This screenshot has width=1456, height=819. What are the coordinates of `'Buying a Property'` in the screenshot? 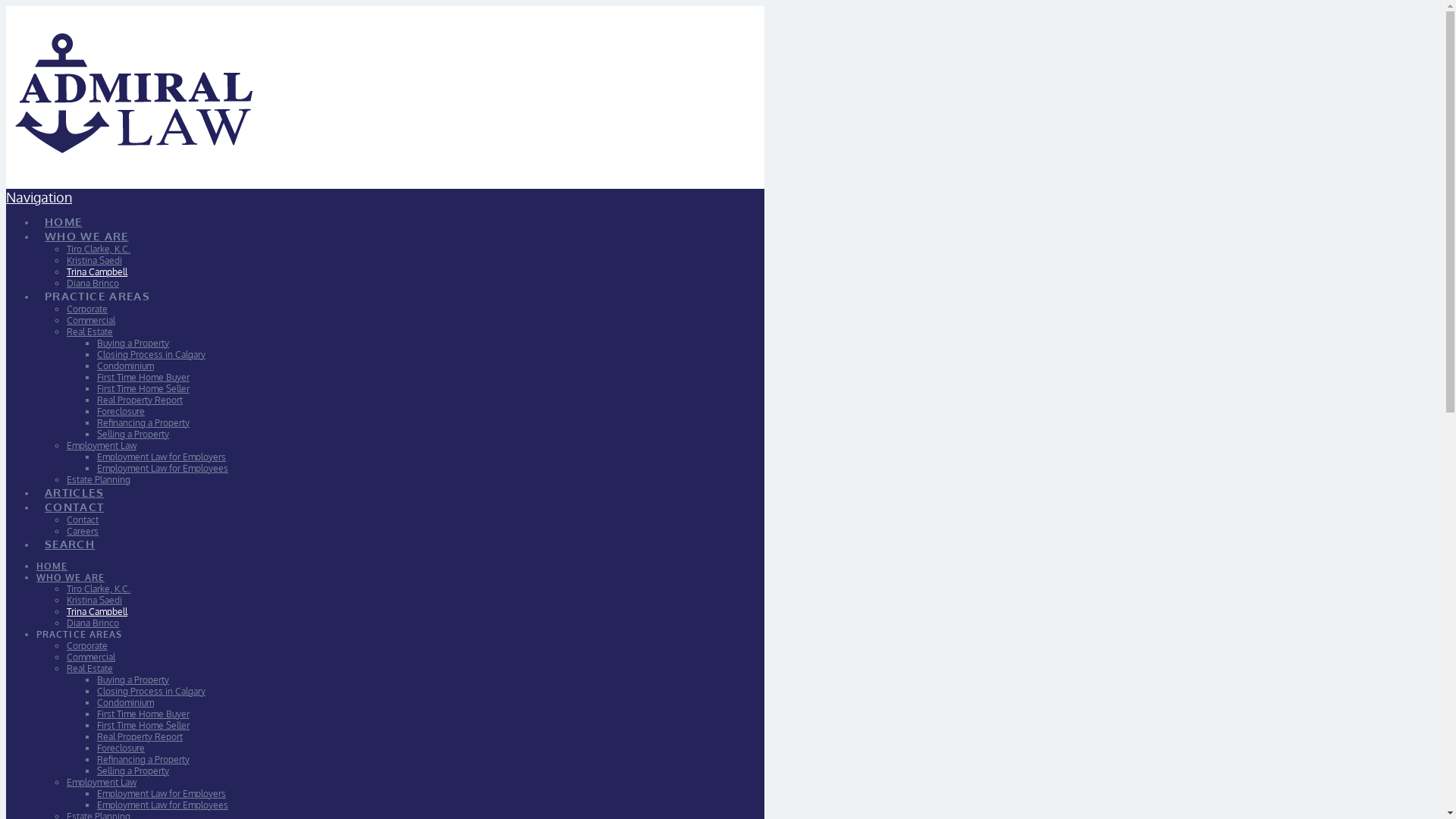 It's located at (133, 343).